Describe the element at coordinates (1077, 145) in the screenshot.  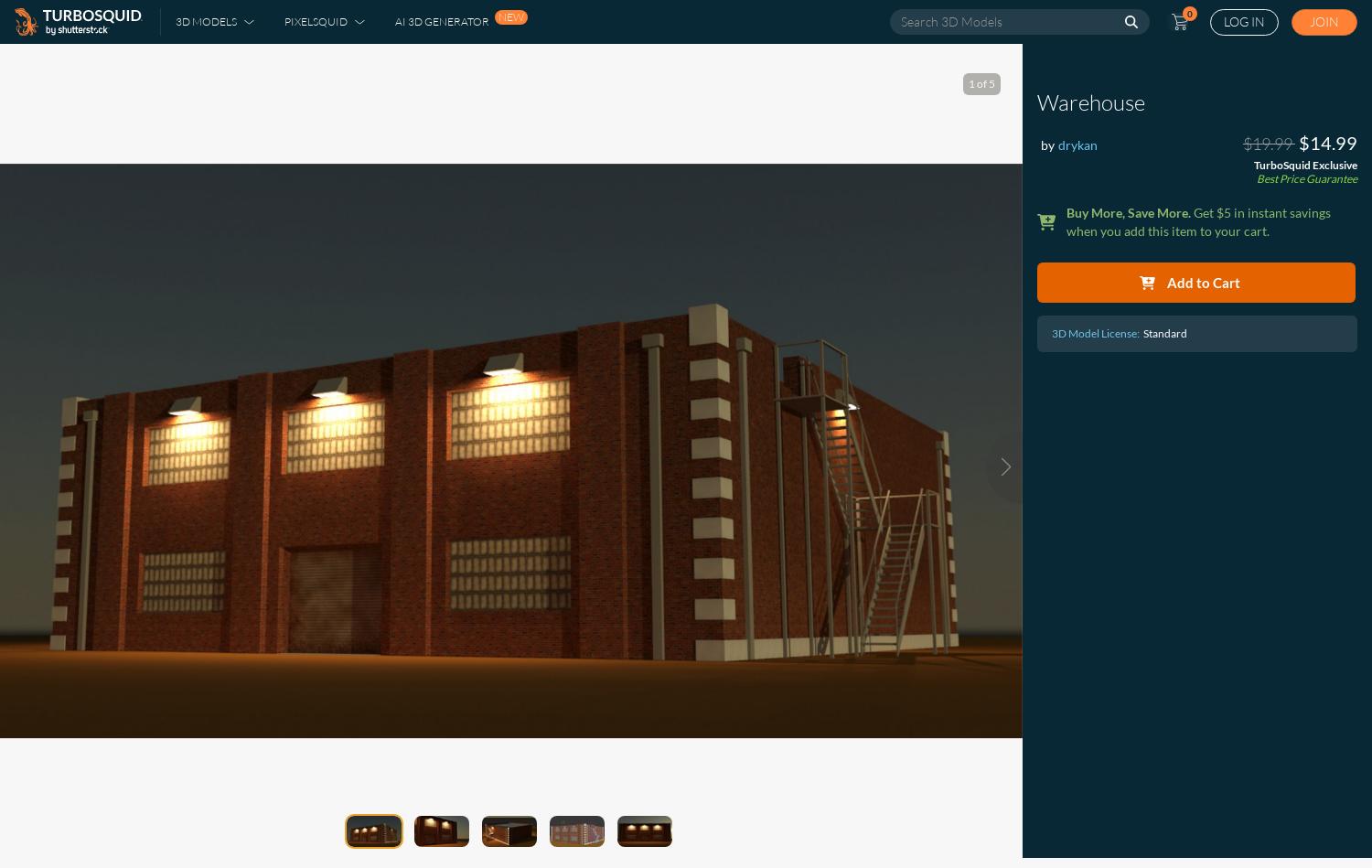
I see `'drykan'` at that location.